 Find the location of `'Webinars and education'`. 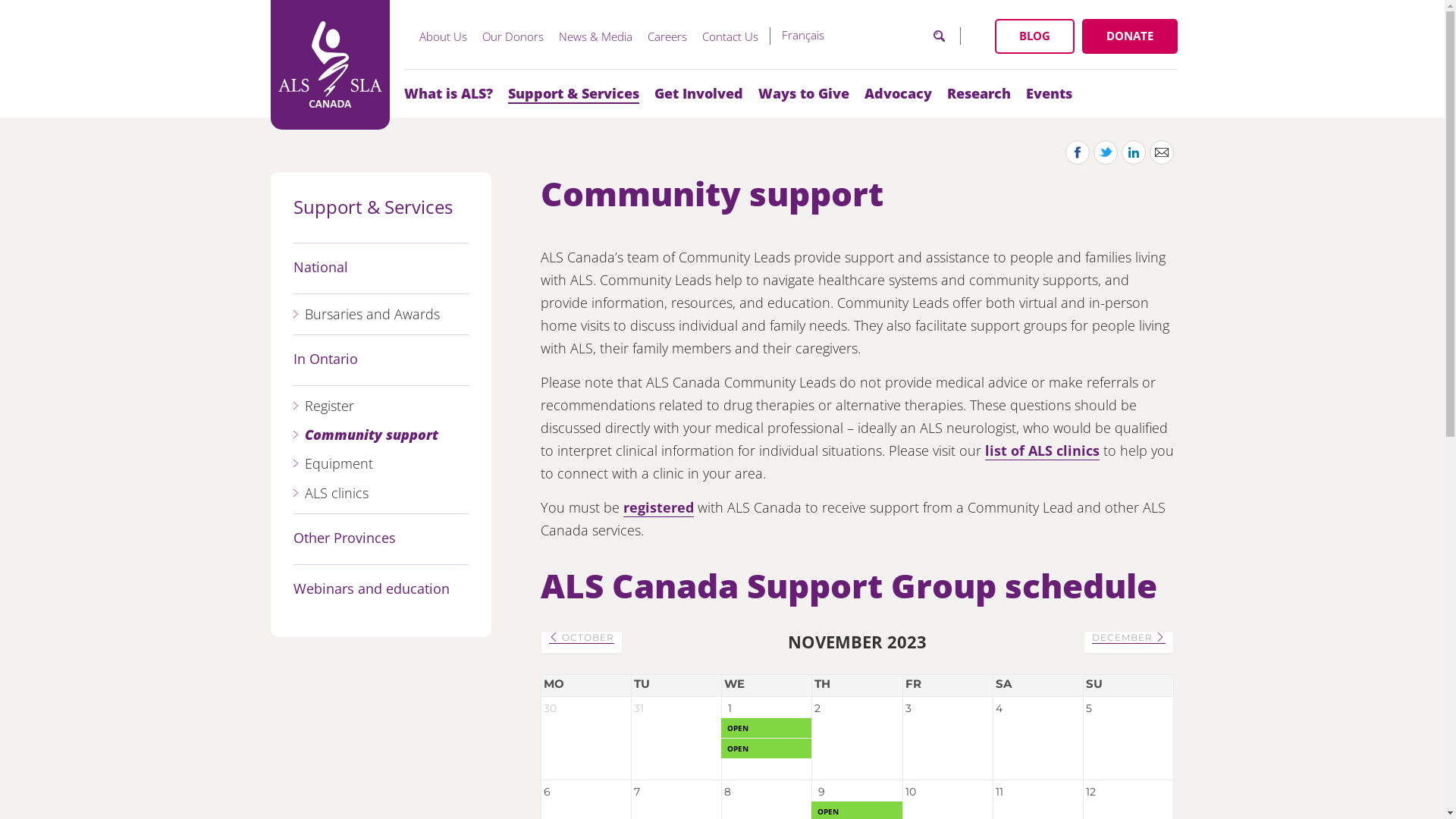

'Webinars and education' is located at coordinates (371, 588).